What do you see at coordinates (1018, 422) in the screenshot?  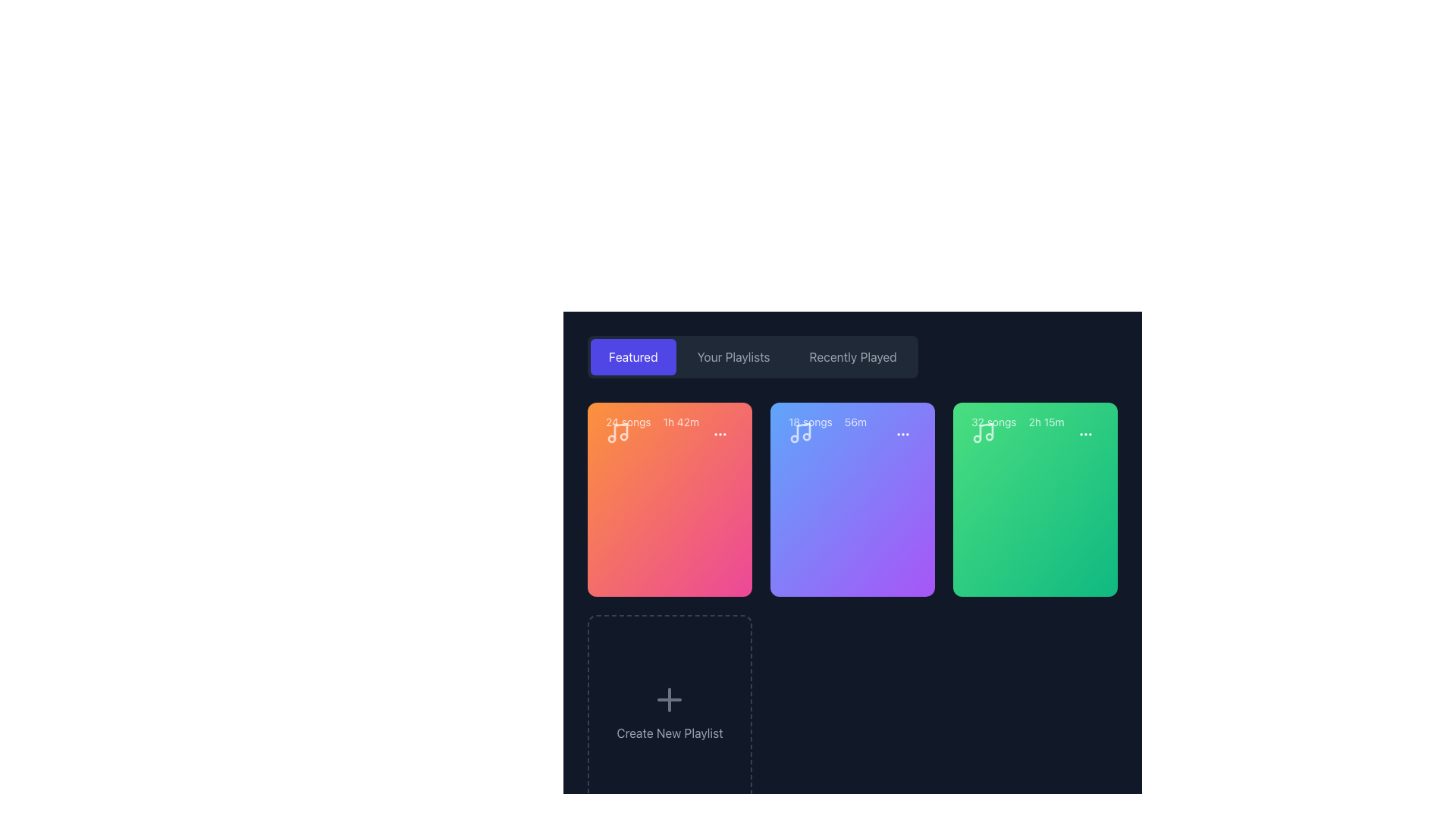 I see `contents of the Text label that provides metadata about the playlist, located at the bottom of the green card, following the 'Workout Mix' text` at bounding box center [1018, 422].